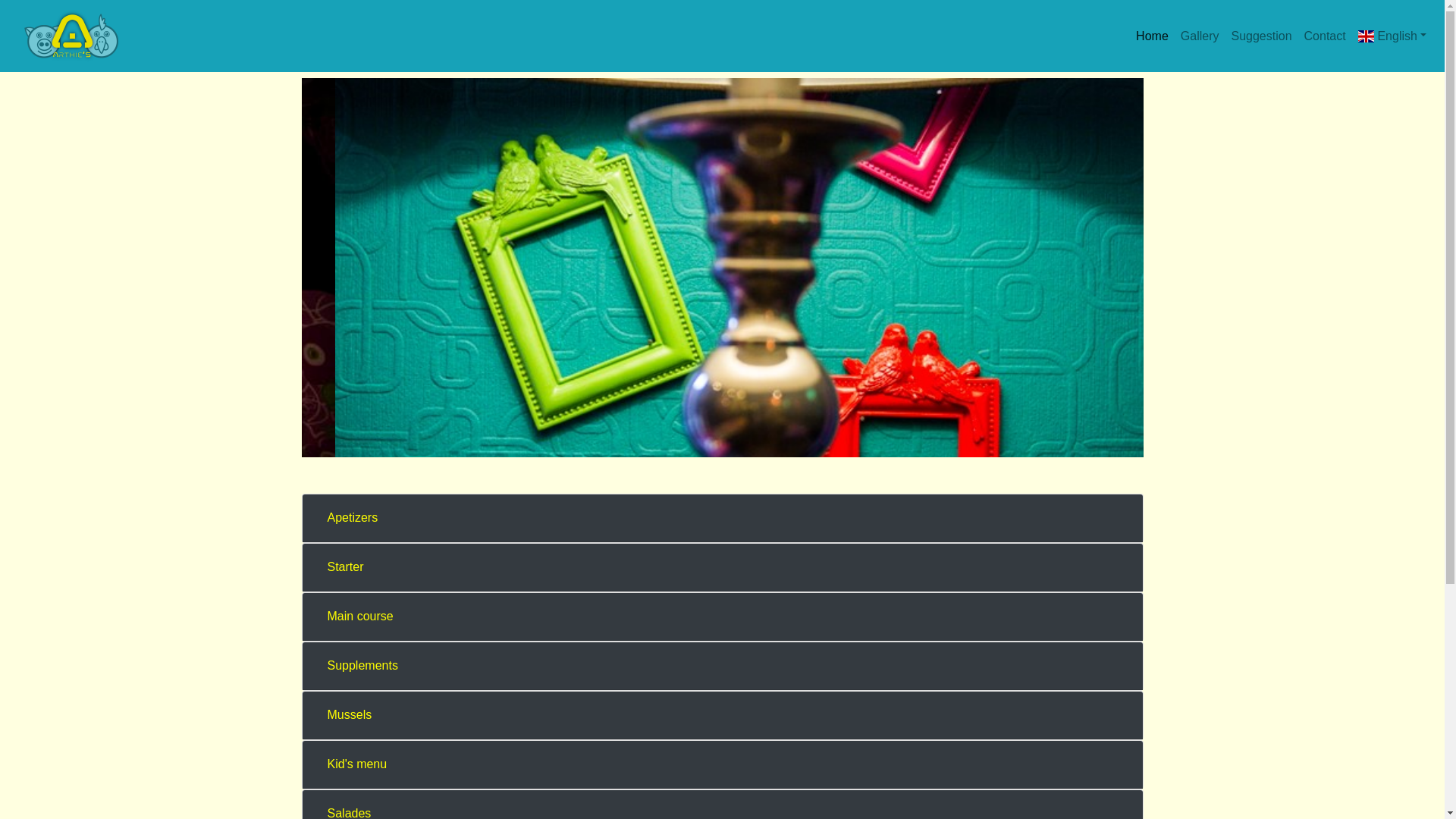  Describe the element at coordinates (1260, 35) in the screenshot. I see `'Suggestion'` at that location.